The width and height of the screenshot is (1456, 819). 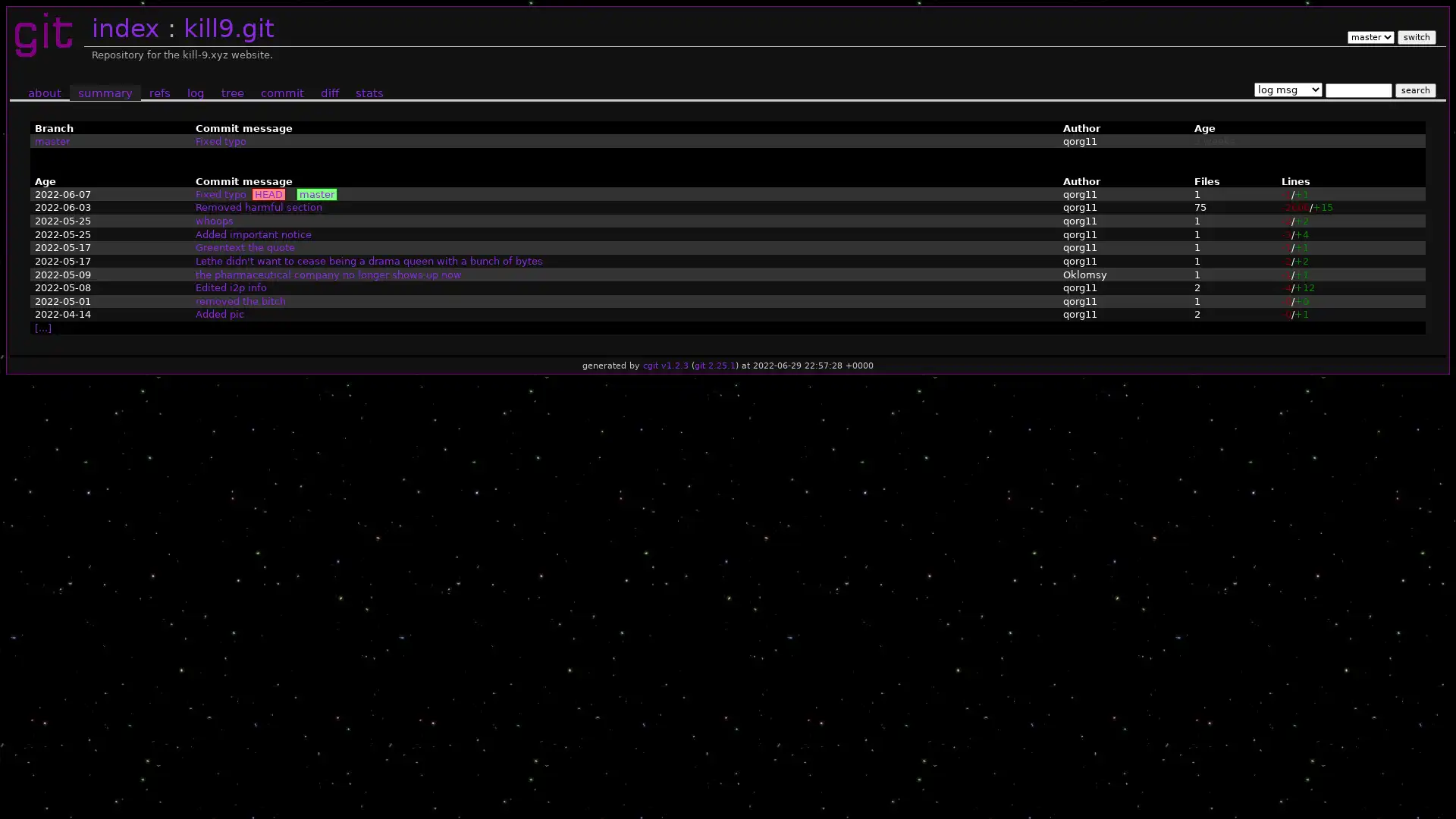 What do you see at coordinates (1414, 89) in the screenshot?
I see `search` at bounding box center [1414, 89].